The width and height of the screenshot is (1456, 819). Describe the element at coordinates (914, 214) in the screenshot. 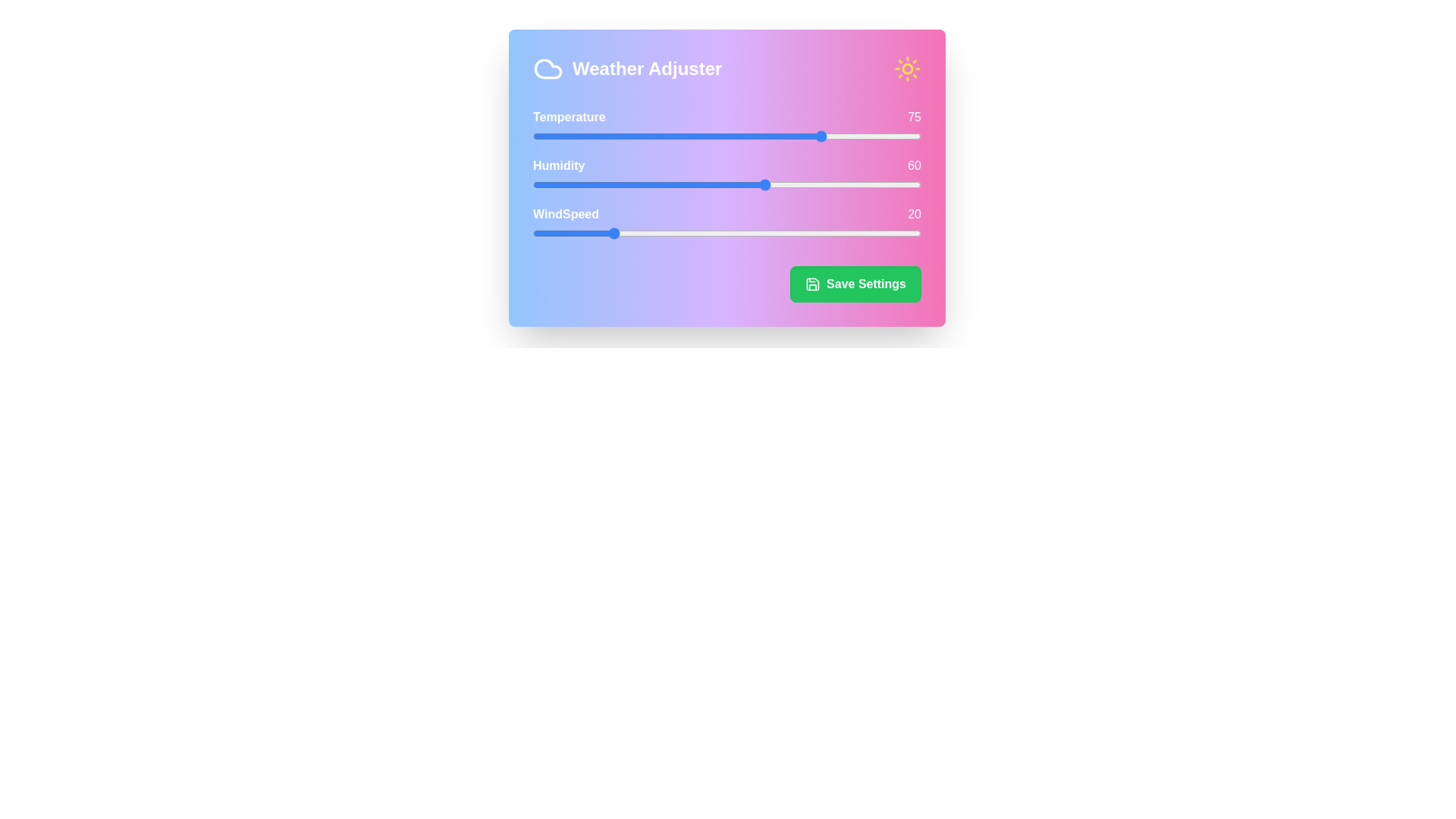

I see `the numeric text display indicating the current 'WindSpeed' value, located in the lower-right section of the interface, adjacent to the 'WindSpeed' label` at that location.